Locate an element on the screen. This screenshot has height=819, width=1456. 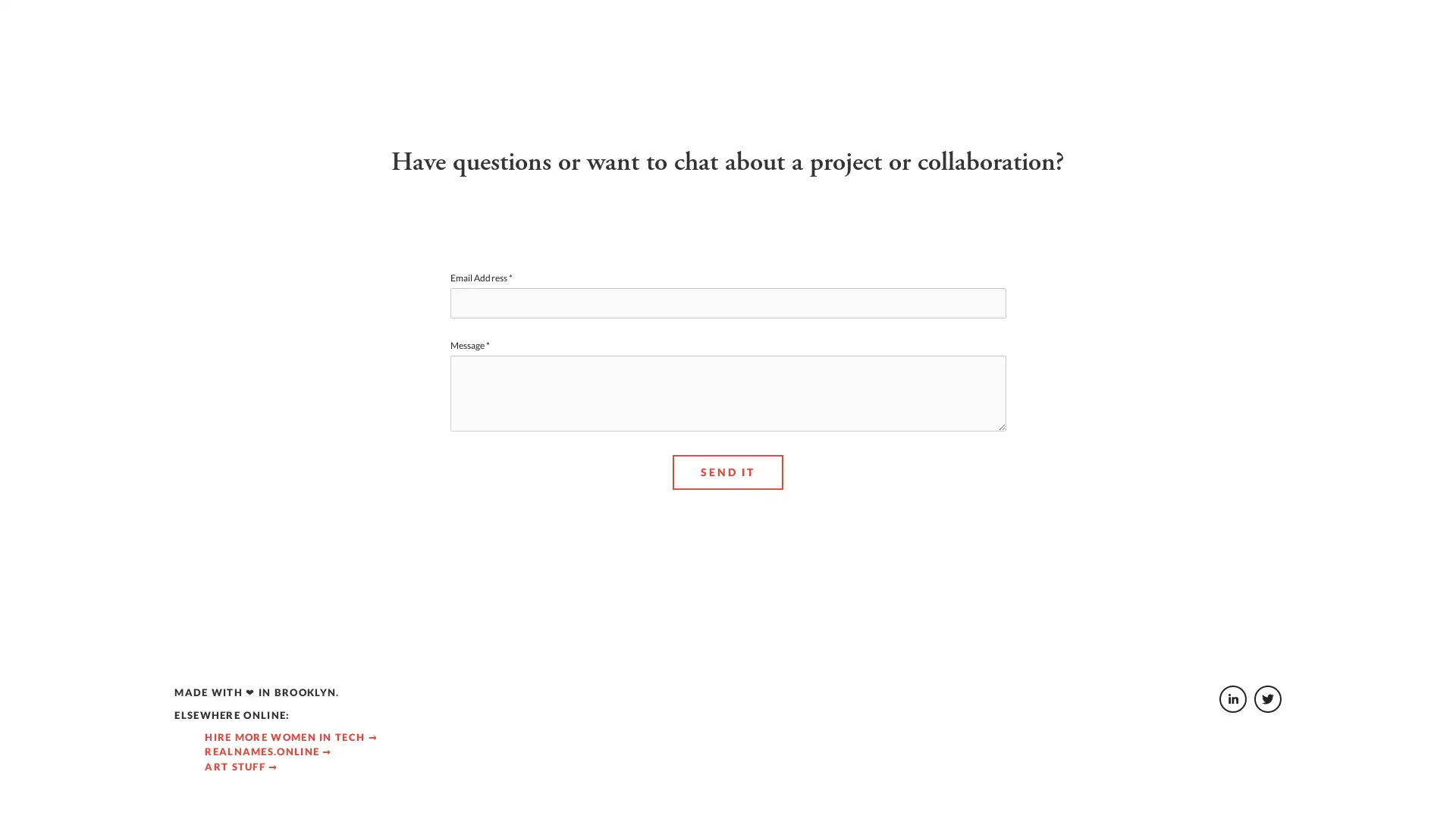
Send It is located at coordinates (726, 540).